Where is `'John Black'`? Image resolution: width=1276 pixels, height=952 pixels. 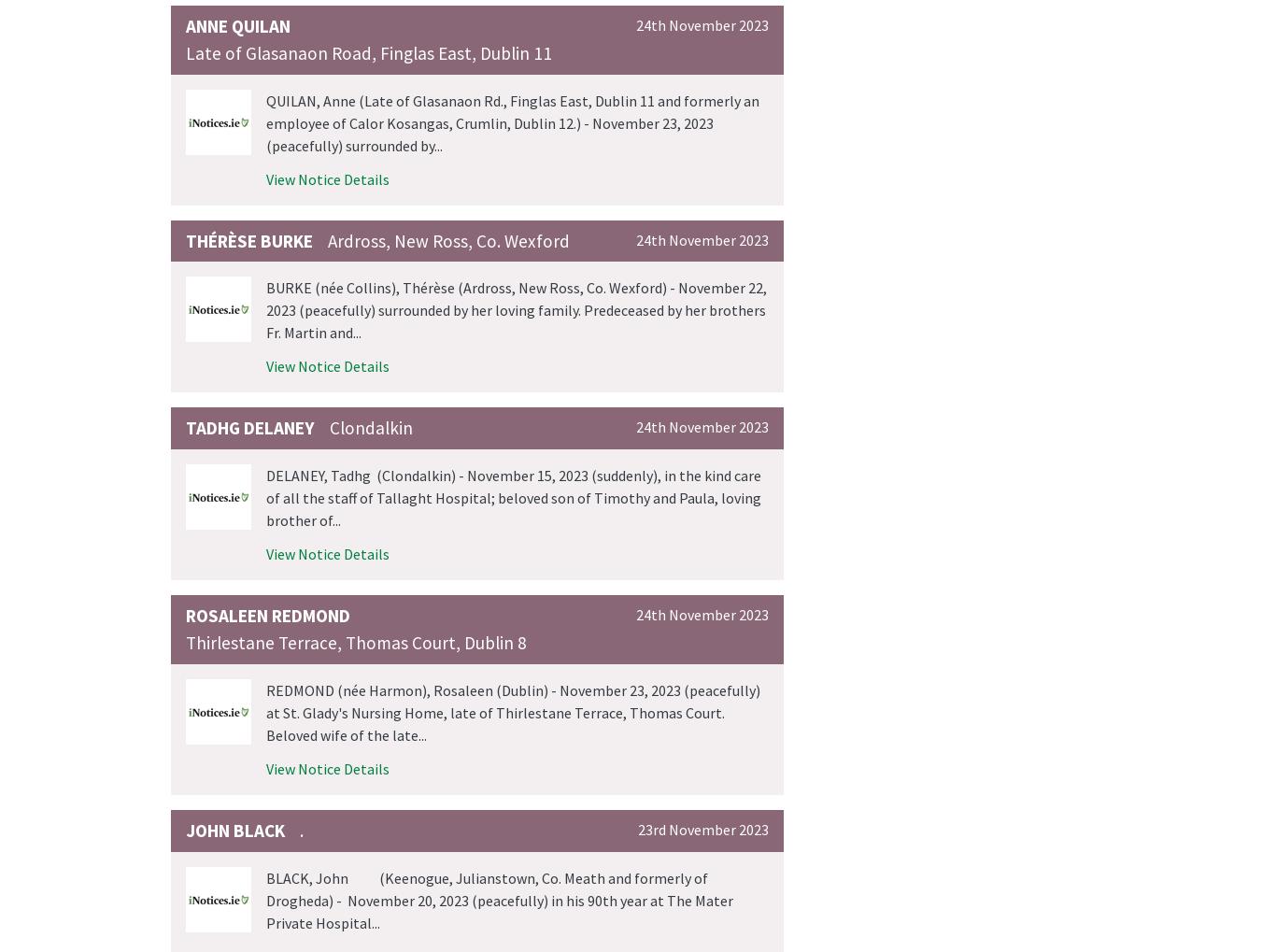 'John Black' is located at coordinates (235, 829).